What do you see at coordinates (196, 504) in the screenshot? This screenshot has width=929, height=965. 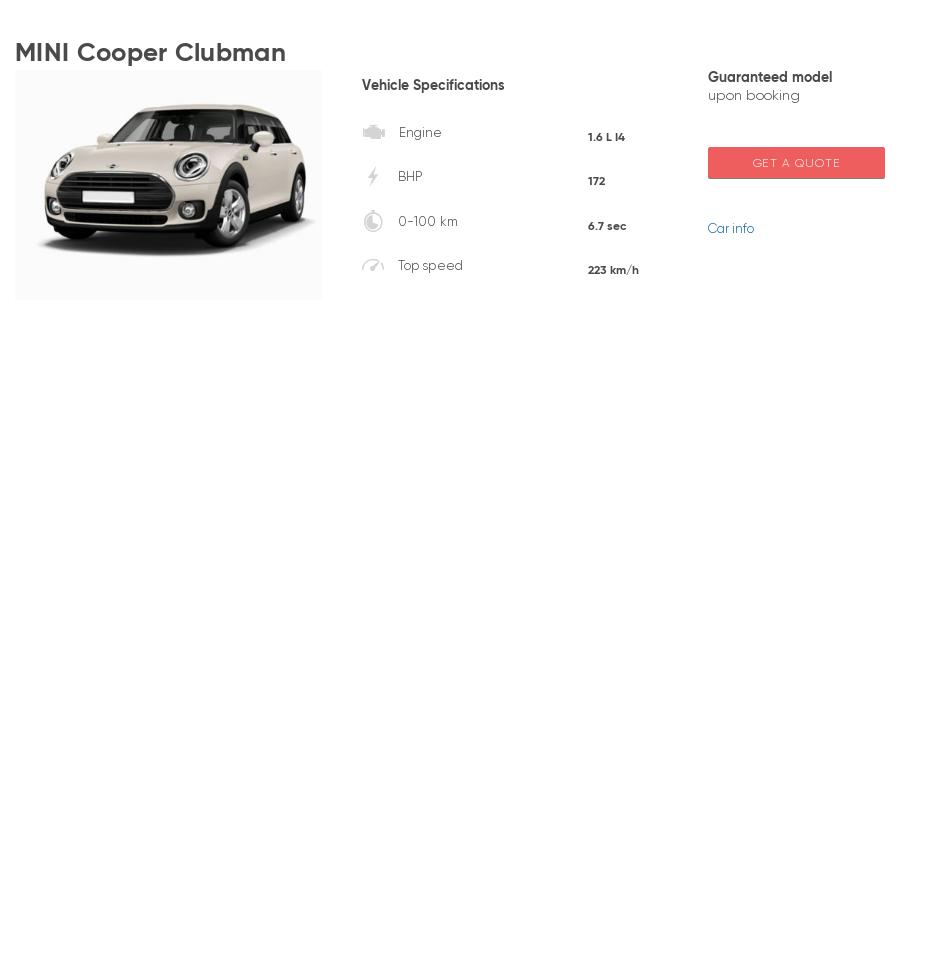 I see `'France'` at bounding box center [196, 504].